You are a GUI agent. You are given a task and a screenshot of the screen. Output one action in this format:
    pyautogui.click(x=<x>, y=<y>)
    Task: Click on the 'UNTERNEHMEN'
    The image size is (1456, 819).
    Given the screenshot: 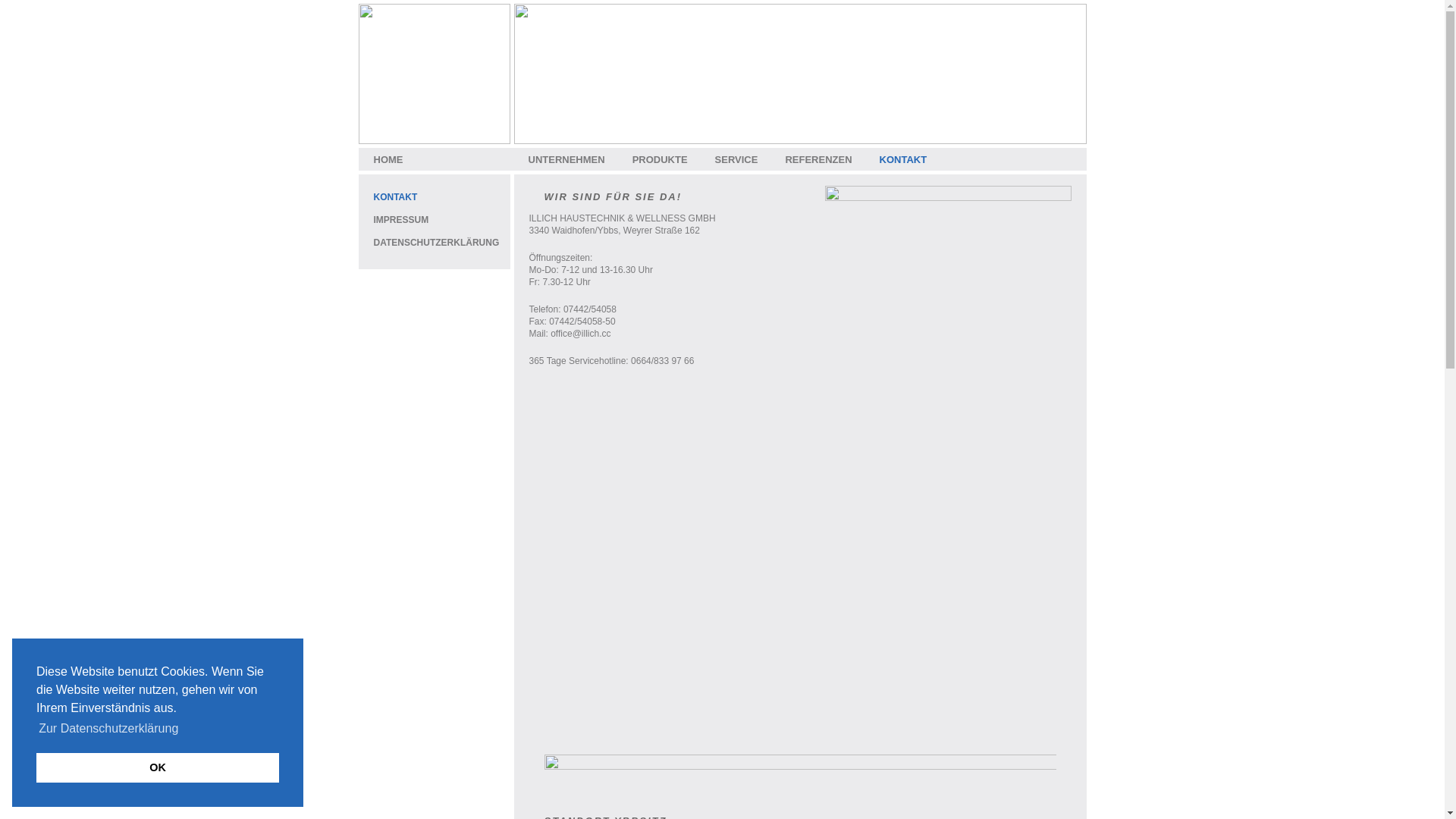 What is the action you would take?
    pyautogui.click(x=565, y=159)
    